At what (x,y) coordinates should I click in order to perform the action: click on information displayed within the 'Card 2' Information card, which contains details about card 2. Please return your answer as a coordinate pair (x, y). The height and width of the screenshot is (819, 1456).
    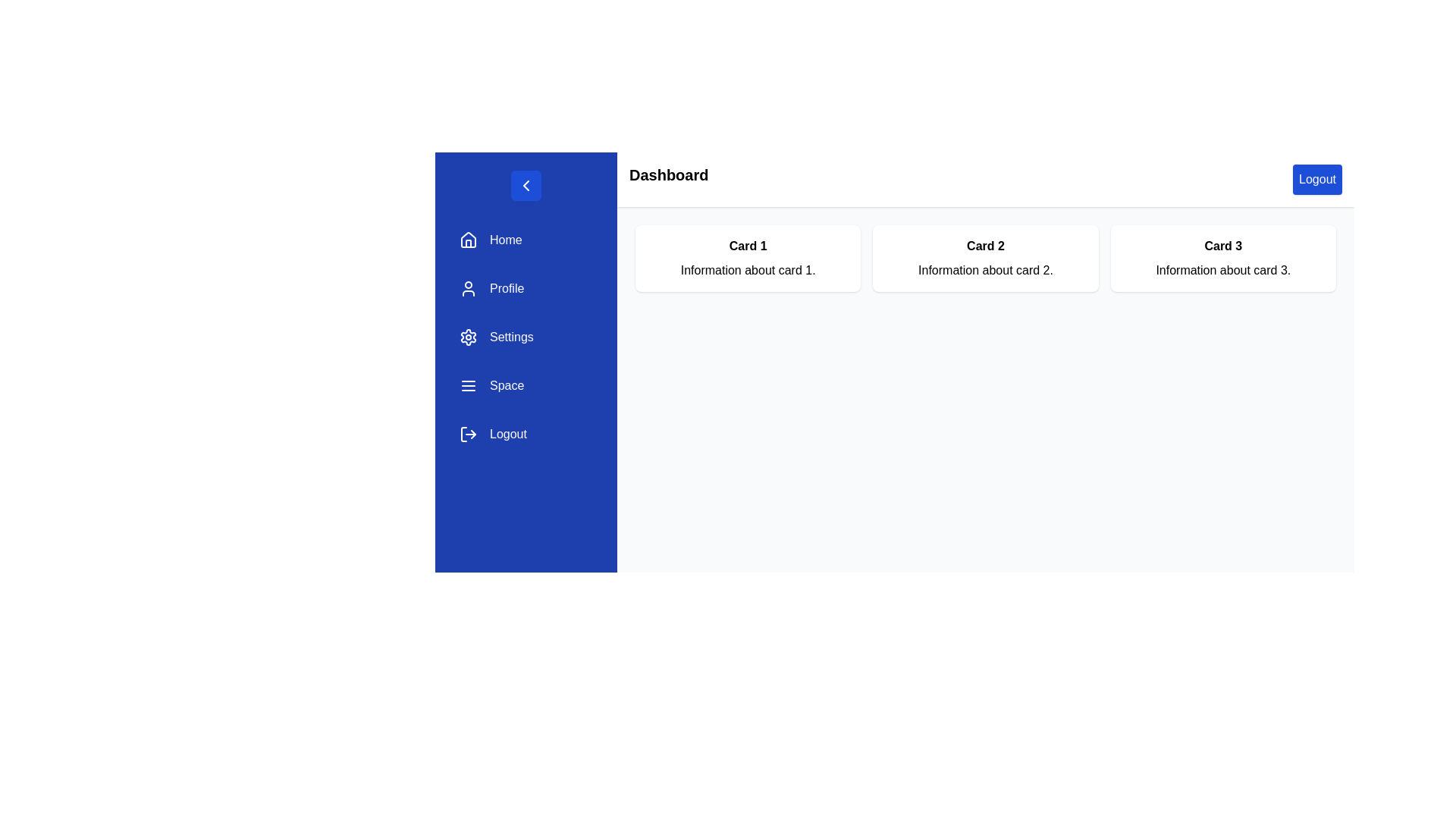
    Looking at the image, I should click on (986, 257).